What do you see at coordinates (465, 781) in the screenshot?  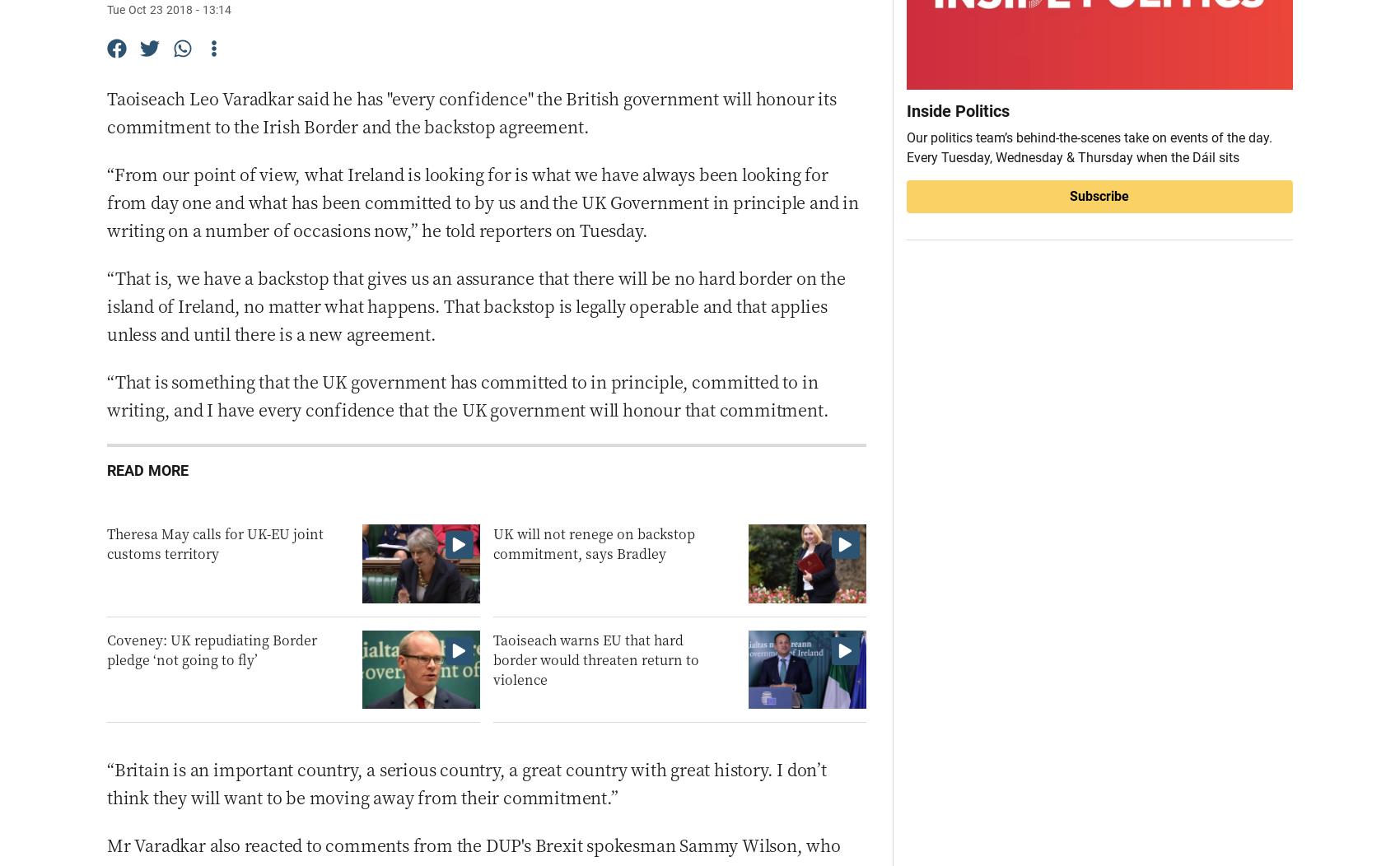 I see `'“Britain is an important country, a serious country, a great country with great history. I don’t think they will want to be moving away from their commitment.”'` at bounding box center [465, 781].